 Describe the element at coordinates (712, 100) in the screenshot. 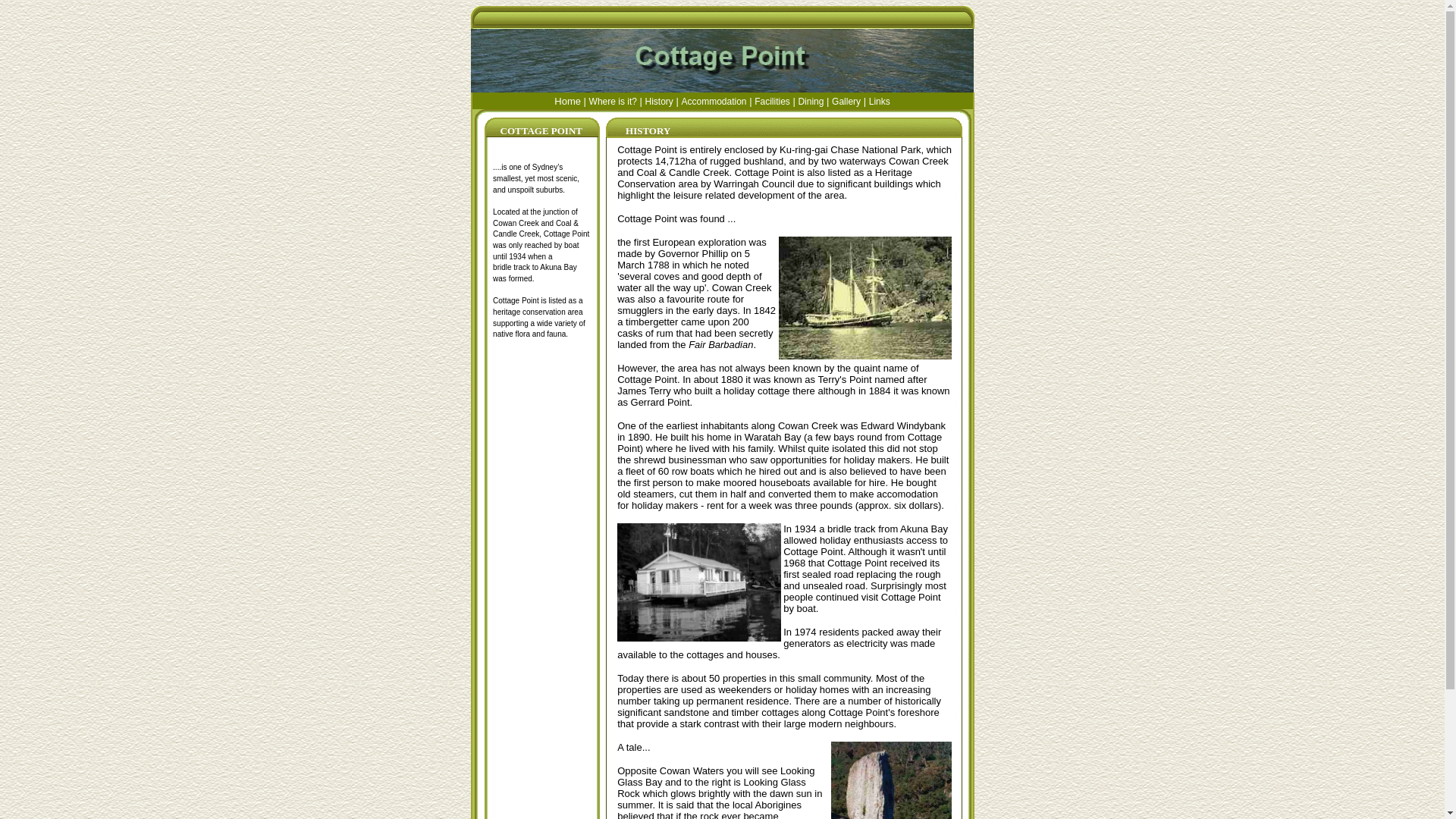

I see `'Accommodation'` at that location.